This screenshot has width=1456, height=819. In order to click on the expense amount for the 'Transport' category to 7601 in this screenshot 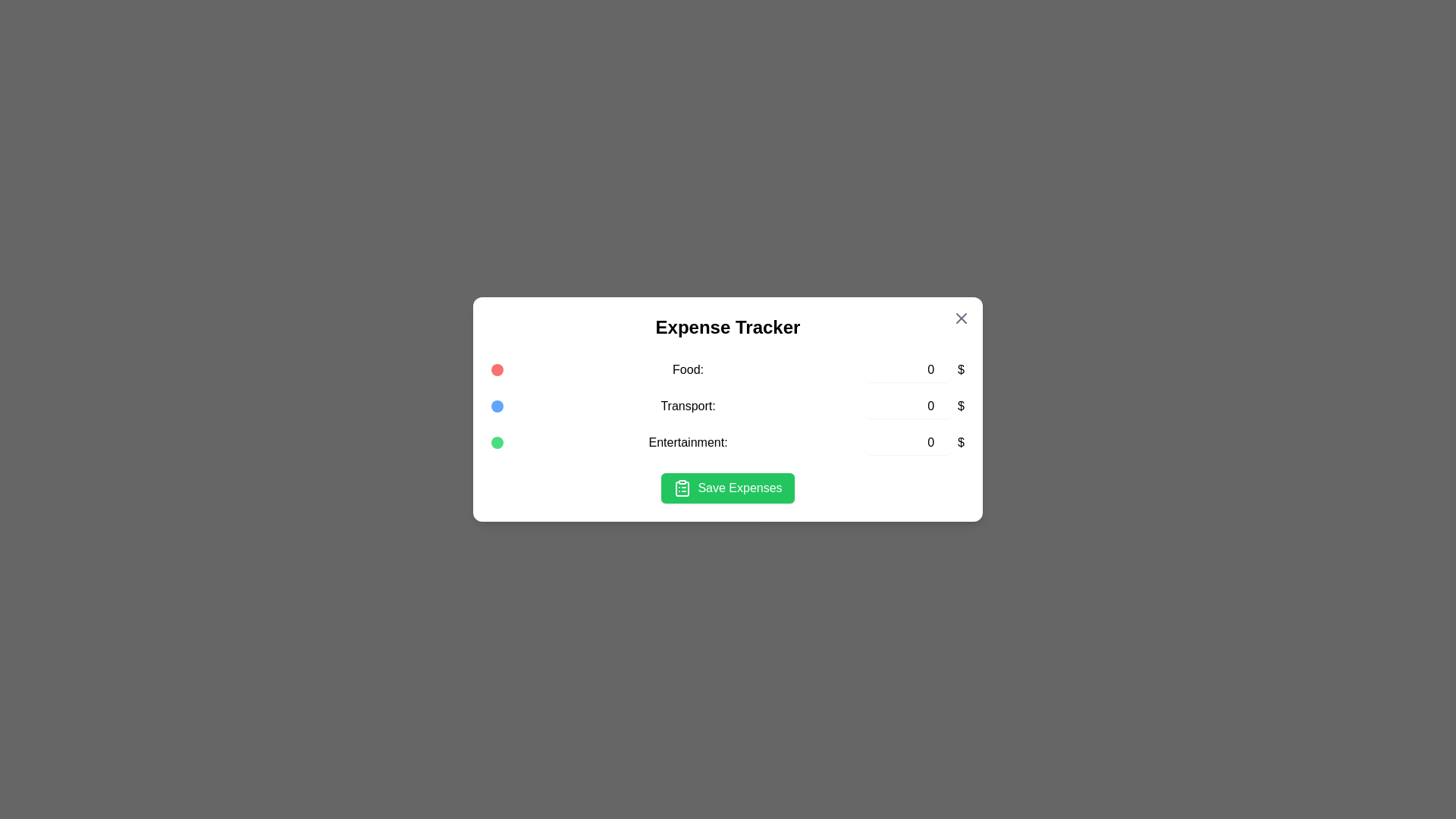, I will do `click(909, 406)`.